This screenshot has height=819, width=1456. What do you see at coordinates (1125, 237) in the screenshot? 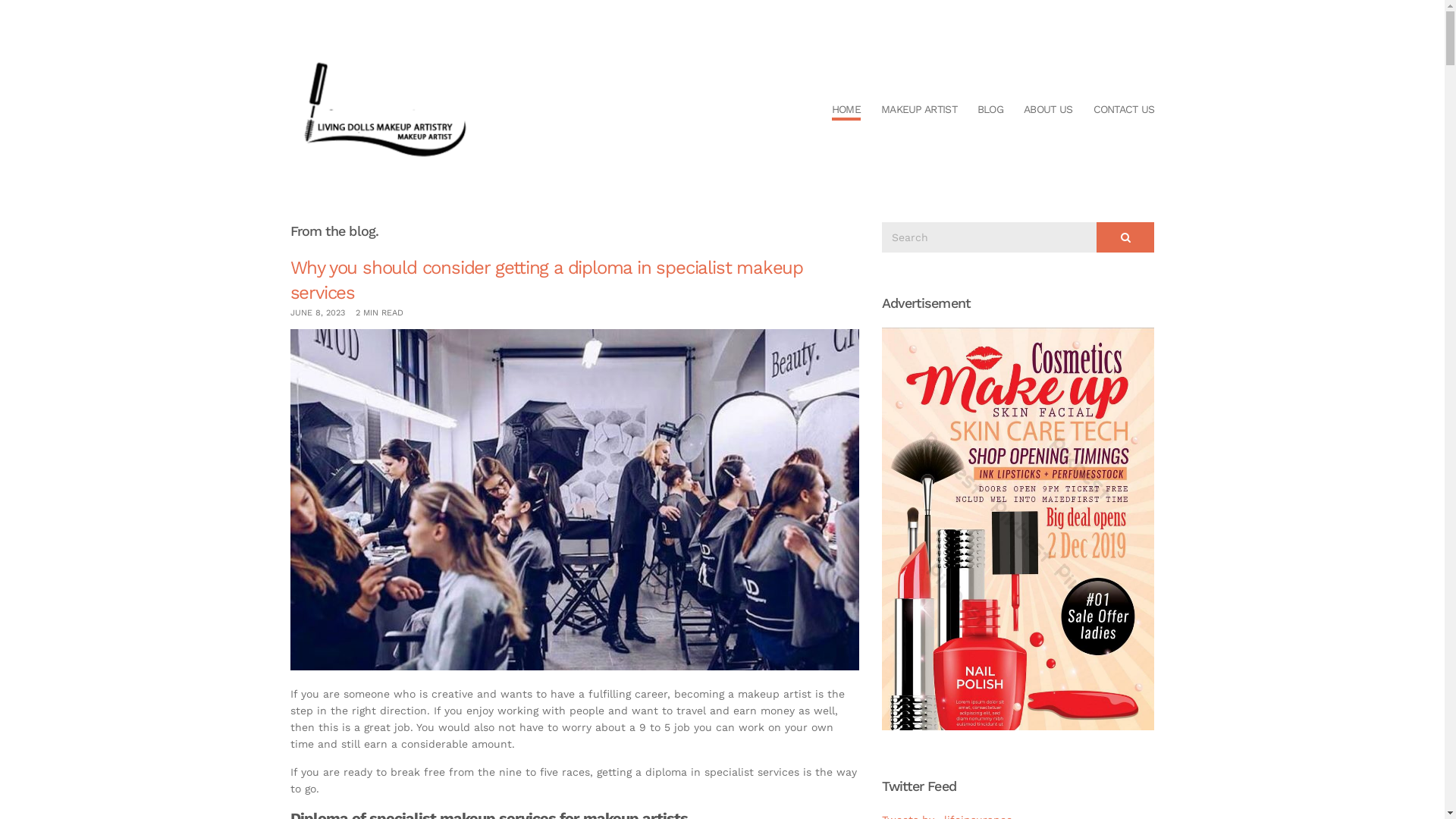
I see `'Search'` at bounding box center [1125, 237].